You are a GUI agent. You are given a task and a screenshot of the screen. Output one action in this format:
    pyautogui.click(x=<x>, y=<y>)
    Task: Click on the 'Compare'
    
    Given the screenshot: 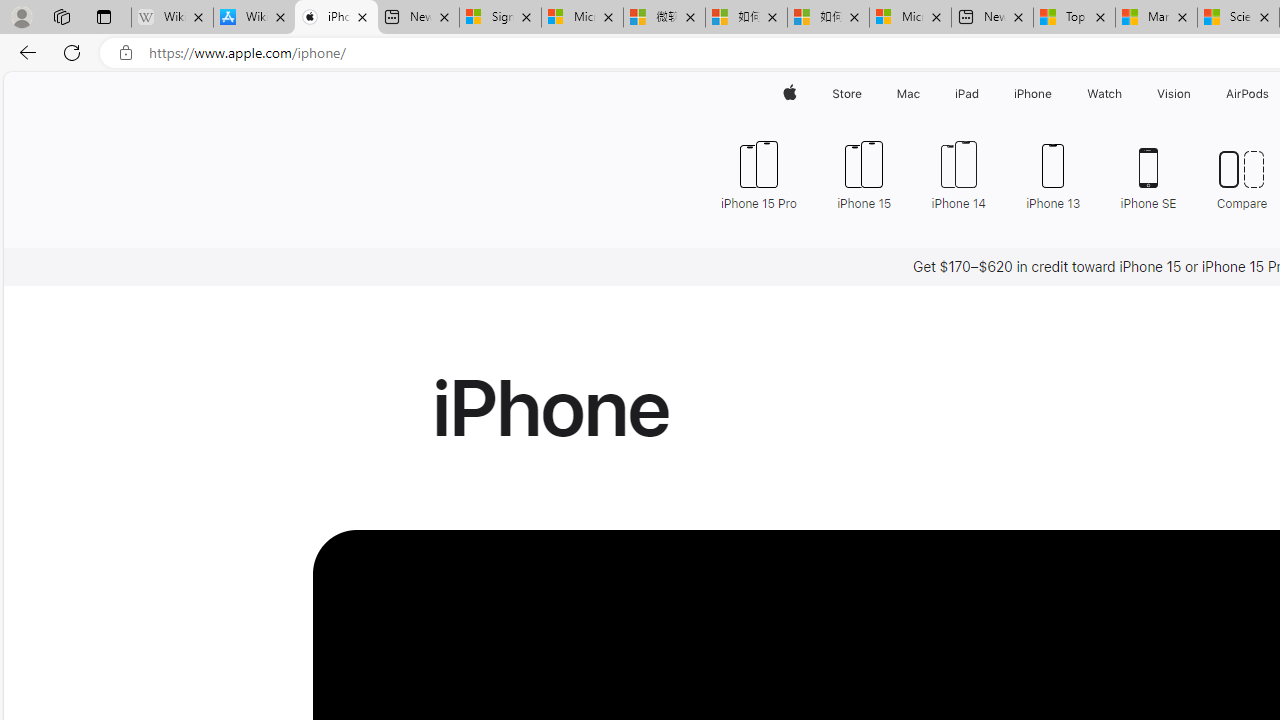 What is the action you would take?
    pyautogui.click(x=1241, y=172)
    